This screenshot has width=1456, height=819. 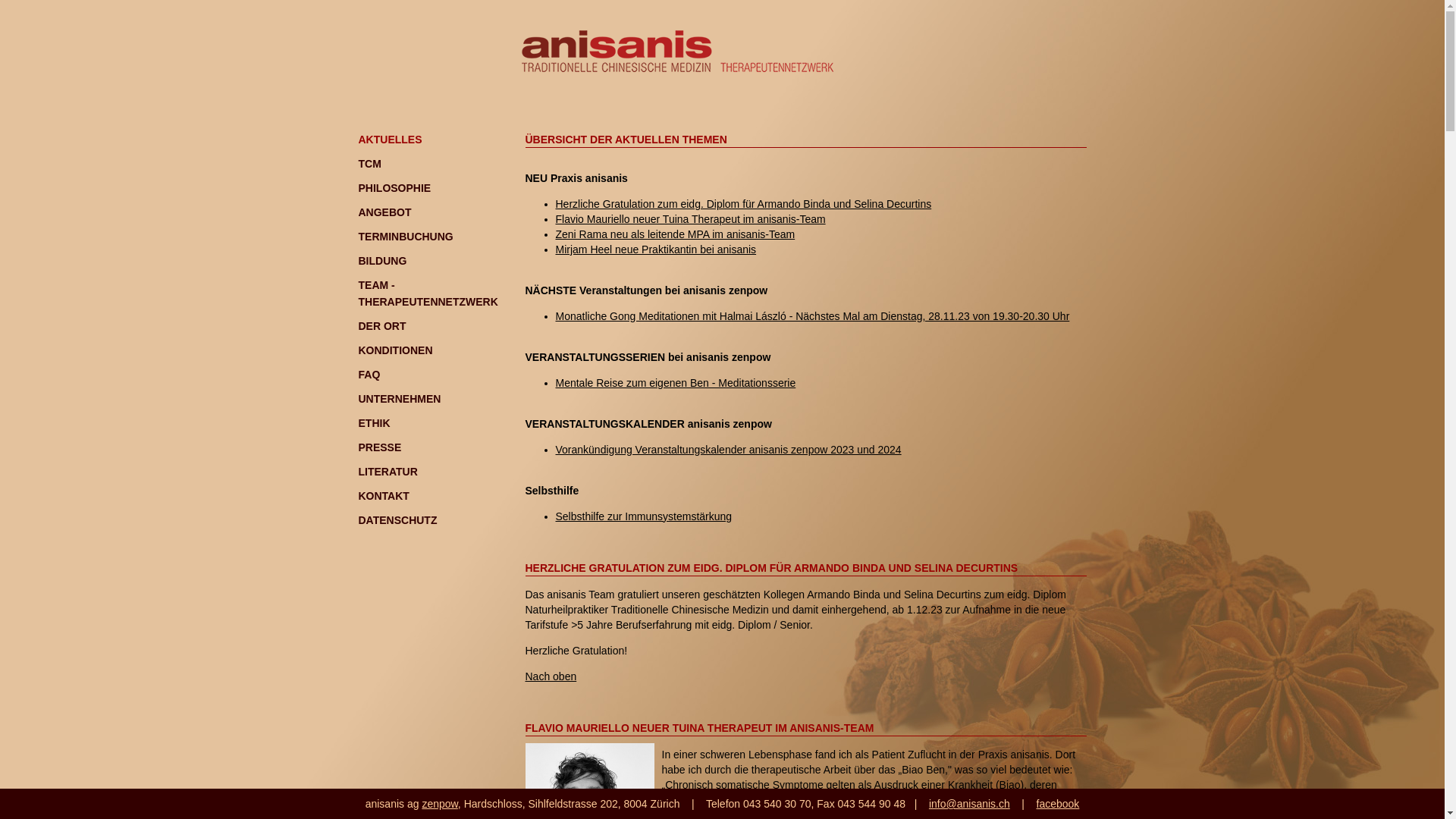 I want to click on 'facebook', so click(x=1057, y=803).